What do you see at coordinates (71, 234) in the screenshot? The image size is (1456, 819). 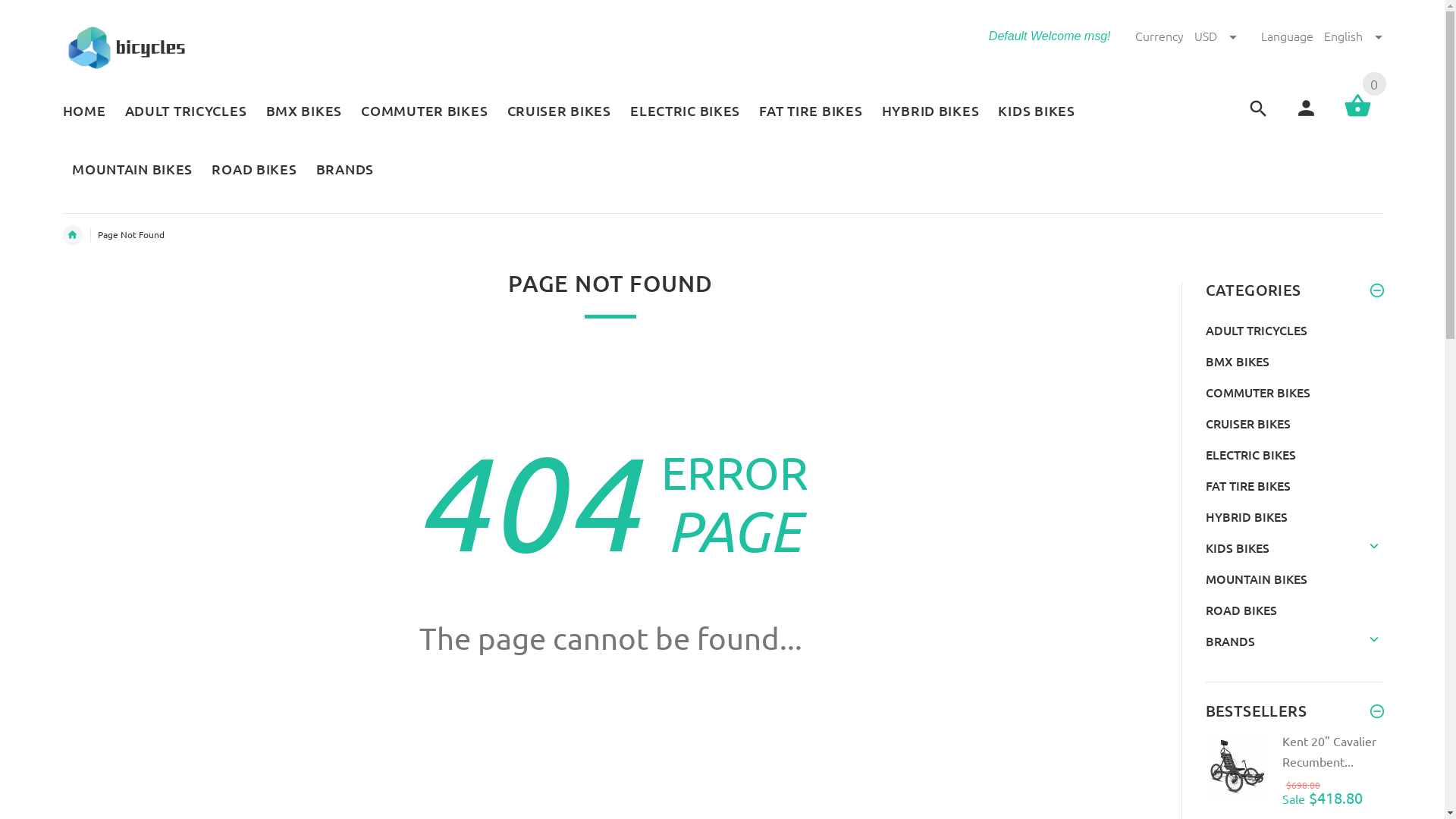 I see `'Home'` at bounding box center [71, 234].